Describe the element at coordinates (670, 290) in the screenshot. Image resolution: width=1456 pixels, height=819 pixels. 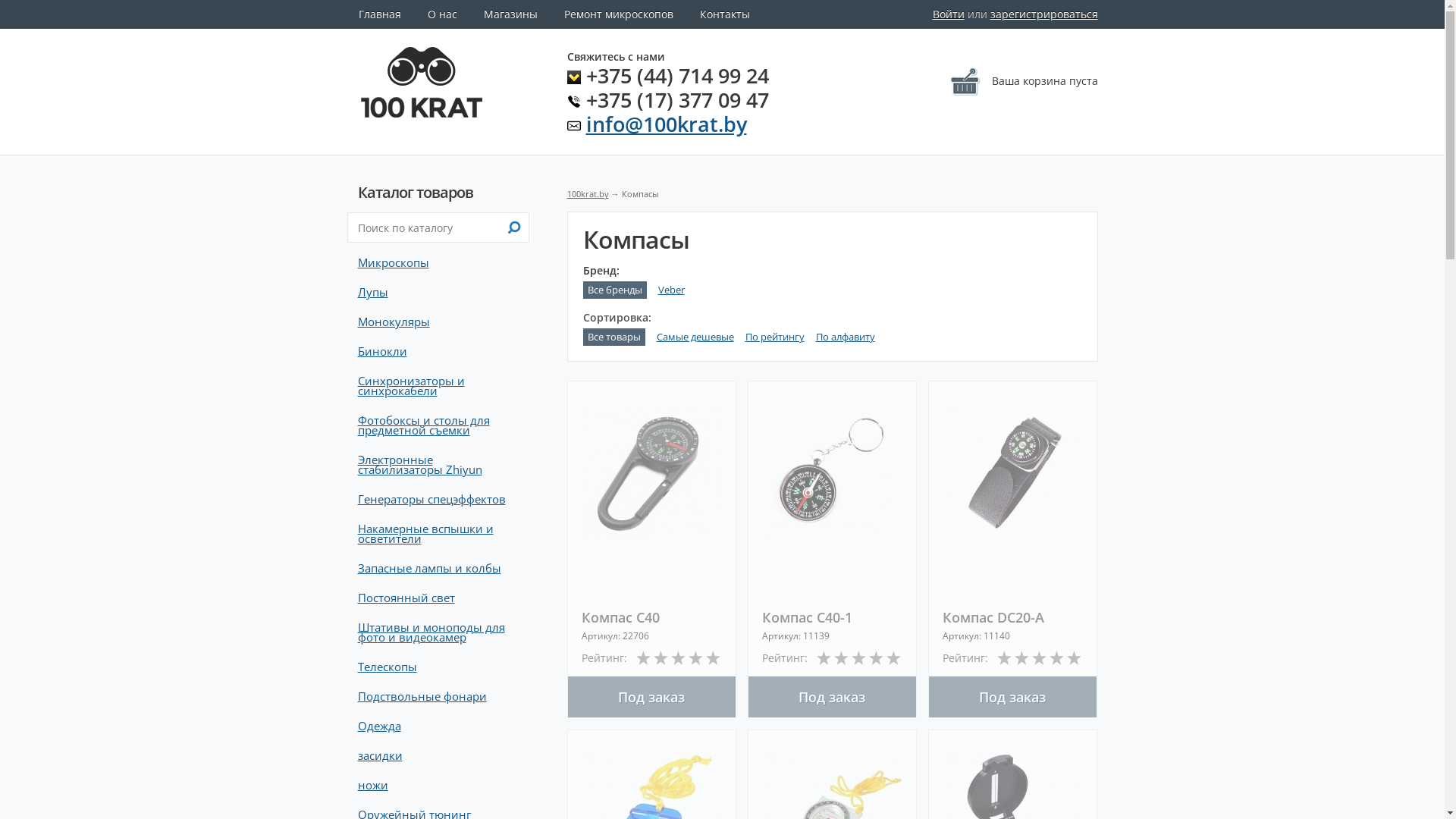
I see `'Veber'` at that location.